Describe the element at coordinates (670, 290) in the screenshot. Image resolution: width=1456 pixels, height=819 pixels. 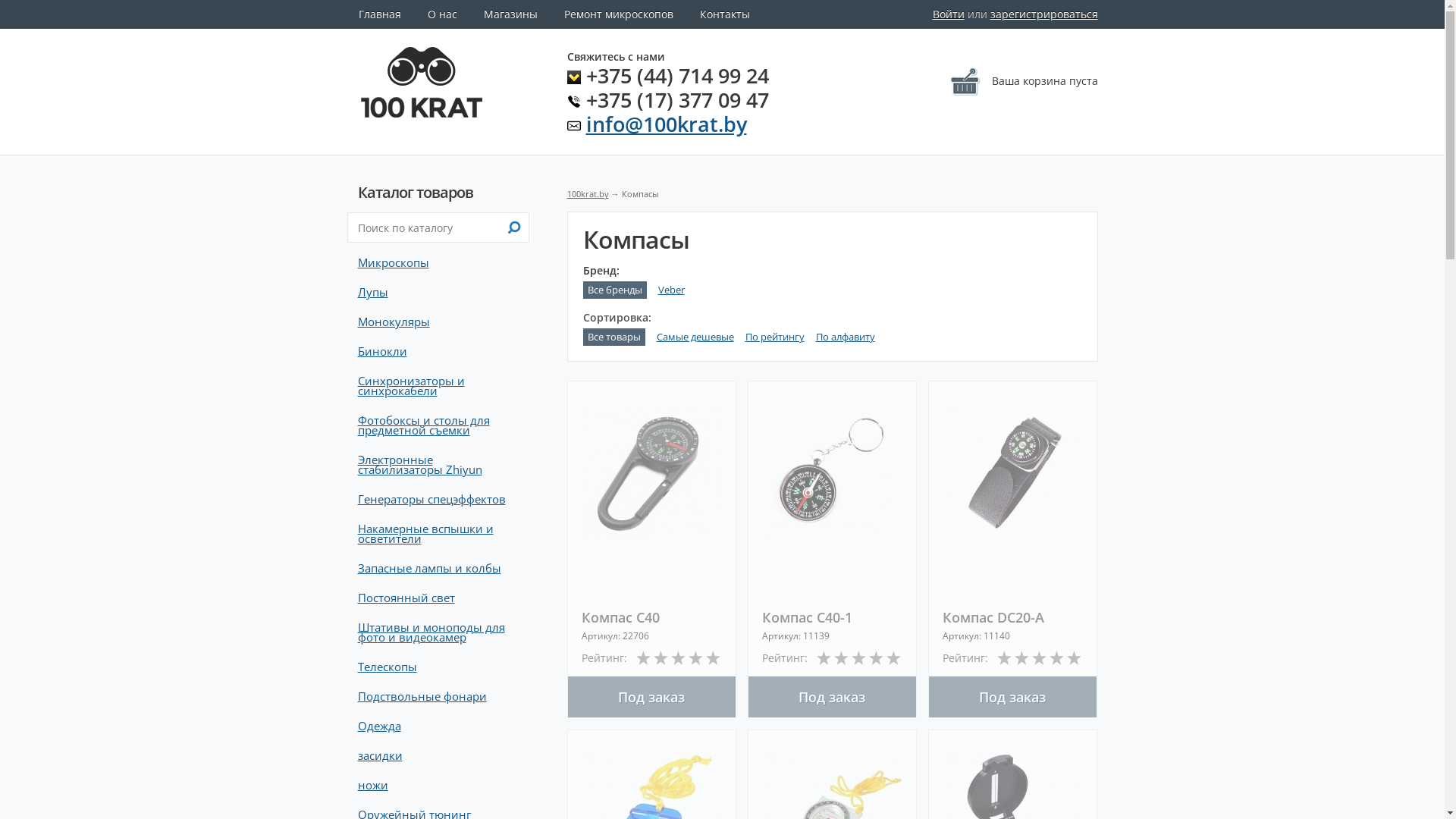
I see `'Veber'` at that location.